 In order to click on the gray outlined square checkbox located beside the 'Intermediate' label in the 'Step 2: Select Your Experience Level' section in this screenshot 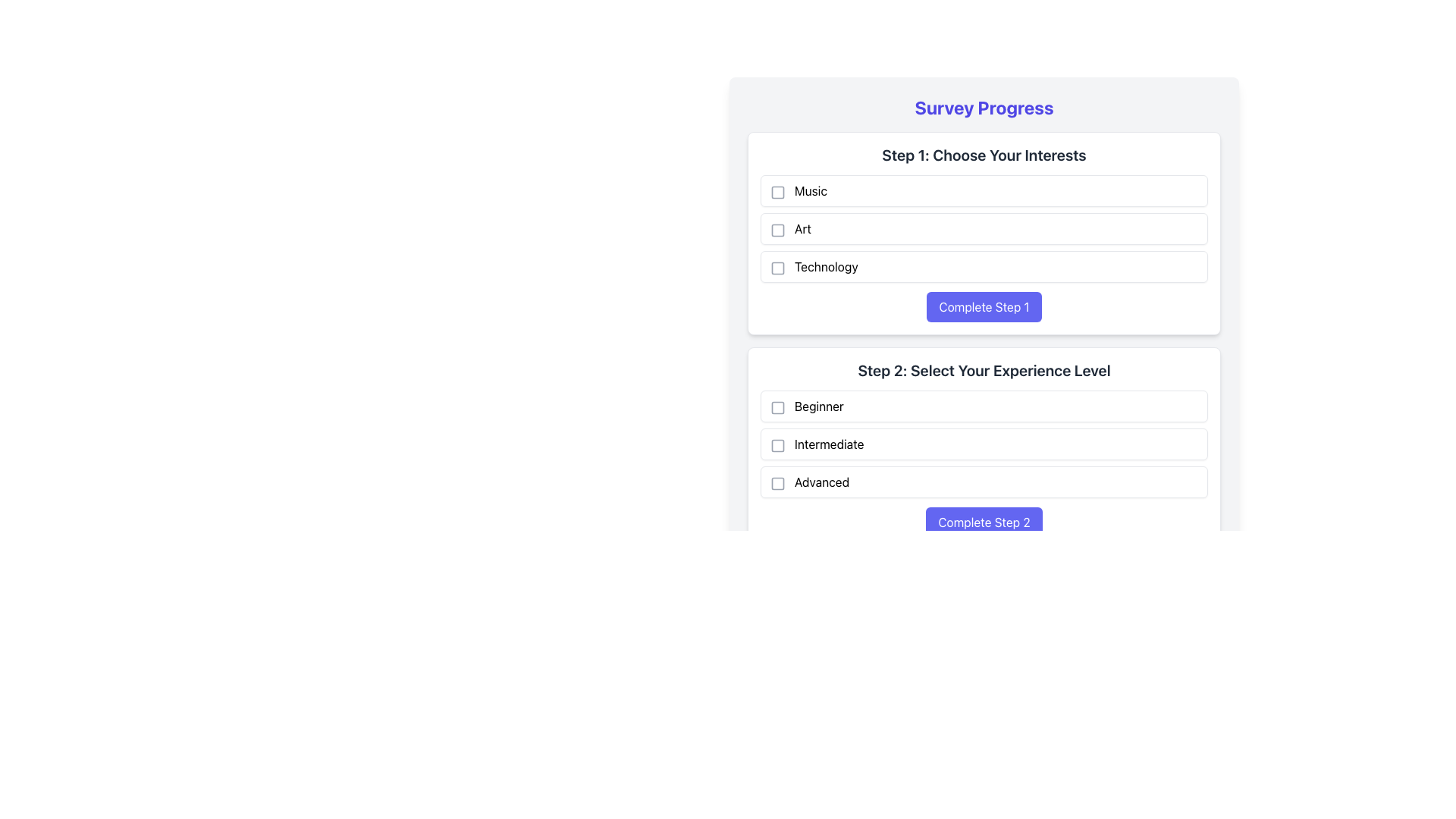, I will do `click(778, 444)`.